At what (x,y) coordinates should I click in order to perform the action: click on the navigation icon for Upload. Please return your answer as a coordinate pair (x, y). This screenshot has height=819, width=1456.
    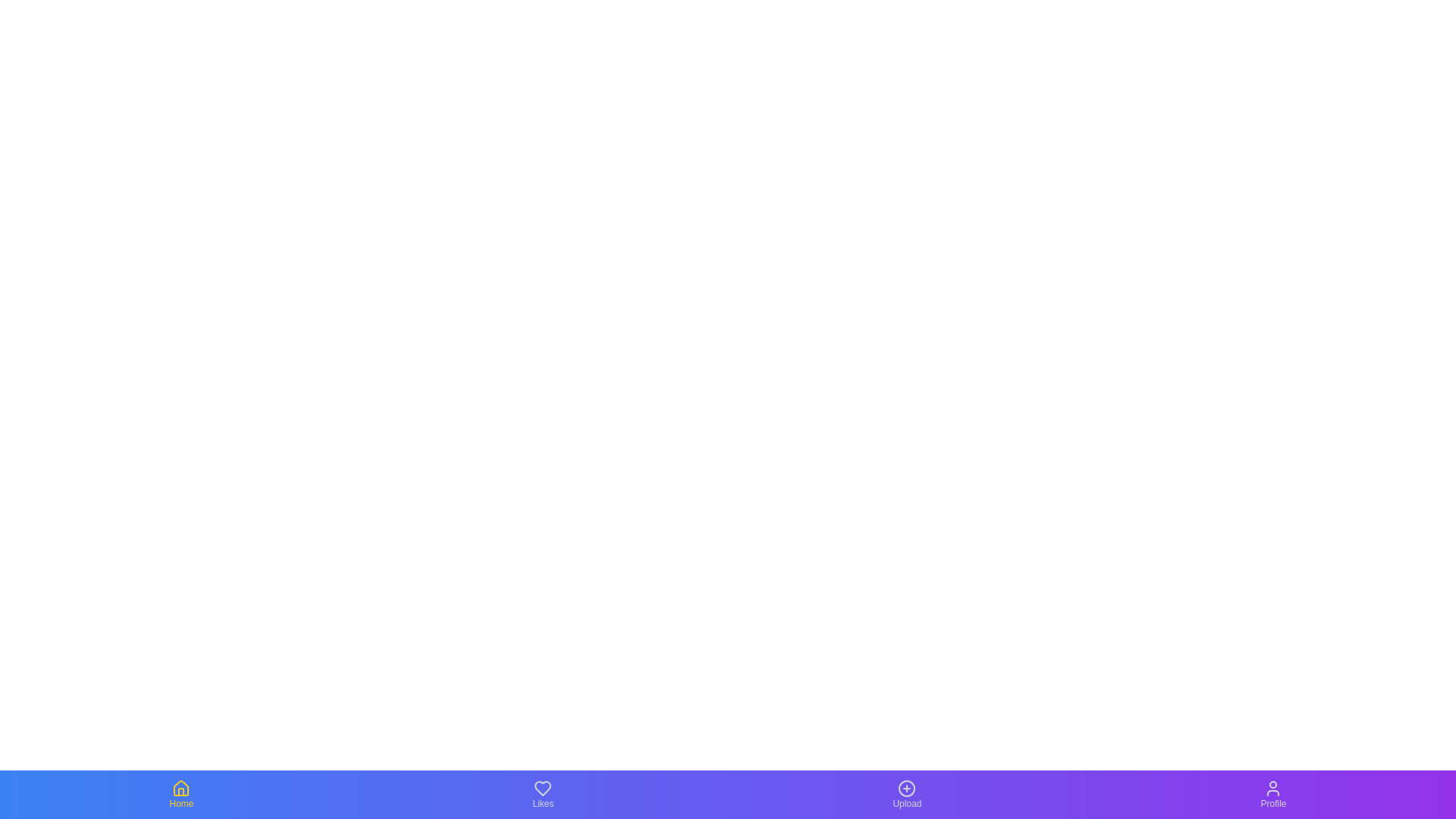
    Looking at the image, I should click on (906, 794).